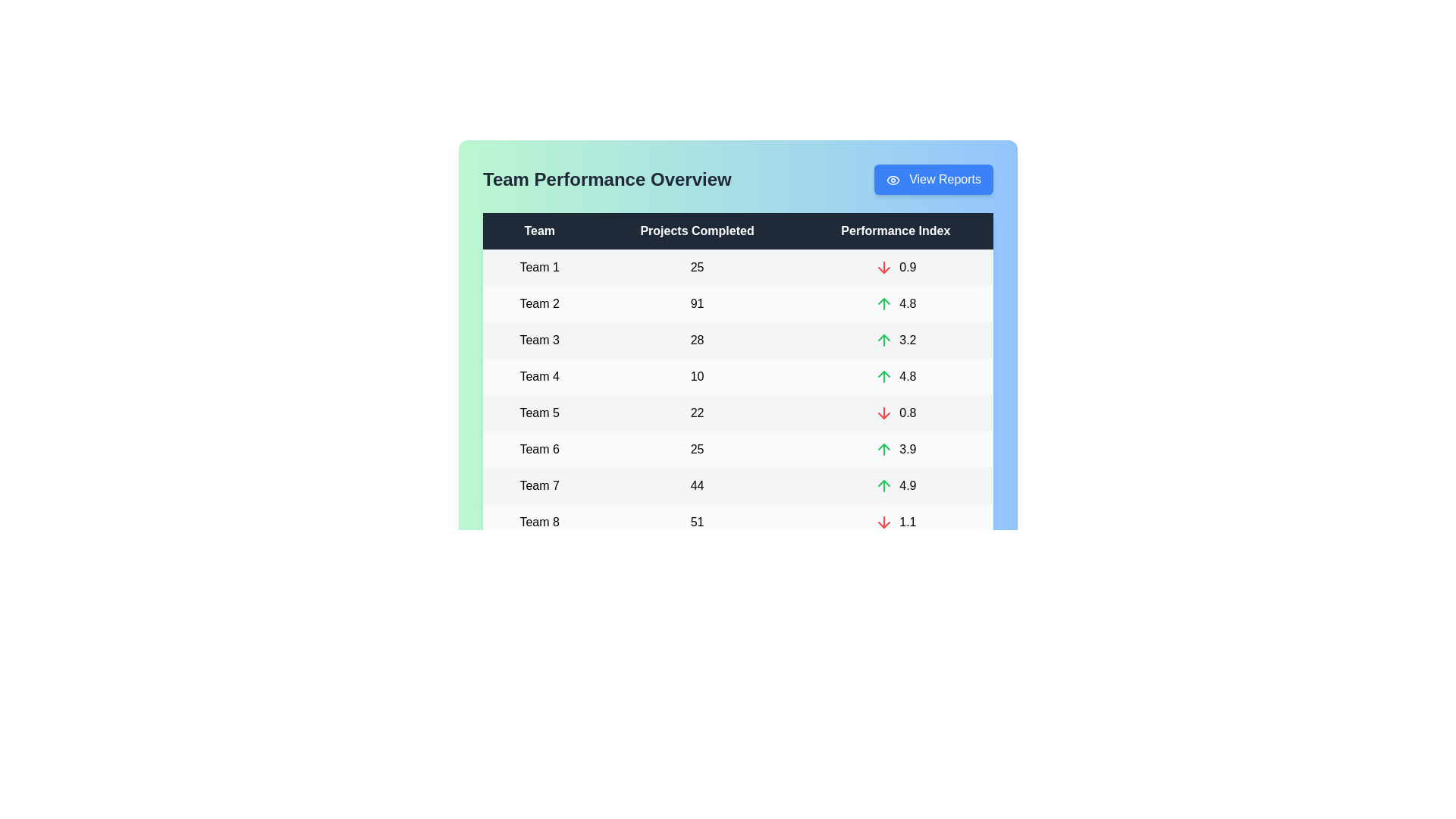  I want to click on the 'Performance Index' icon for Team 1 to understand its meaning, so click(884, 267).